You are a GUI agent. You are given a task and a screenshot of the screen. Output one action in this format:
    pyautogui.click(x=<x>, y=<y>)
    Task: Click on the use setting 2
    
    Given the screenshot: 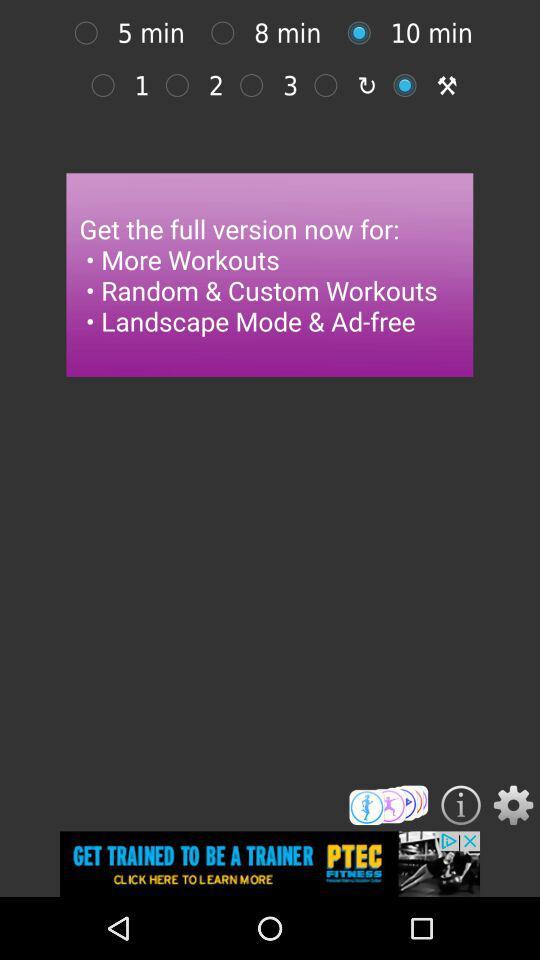 What is the action you would take?
    pyautogui.click(x=182, y=85)
    